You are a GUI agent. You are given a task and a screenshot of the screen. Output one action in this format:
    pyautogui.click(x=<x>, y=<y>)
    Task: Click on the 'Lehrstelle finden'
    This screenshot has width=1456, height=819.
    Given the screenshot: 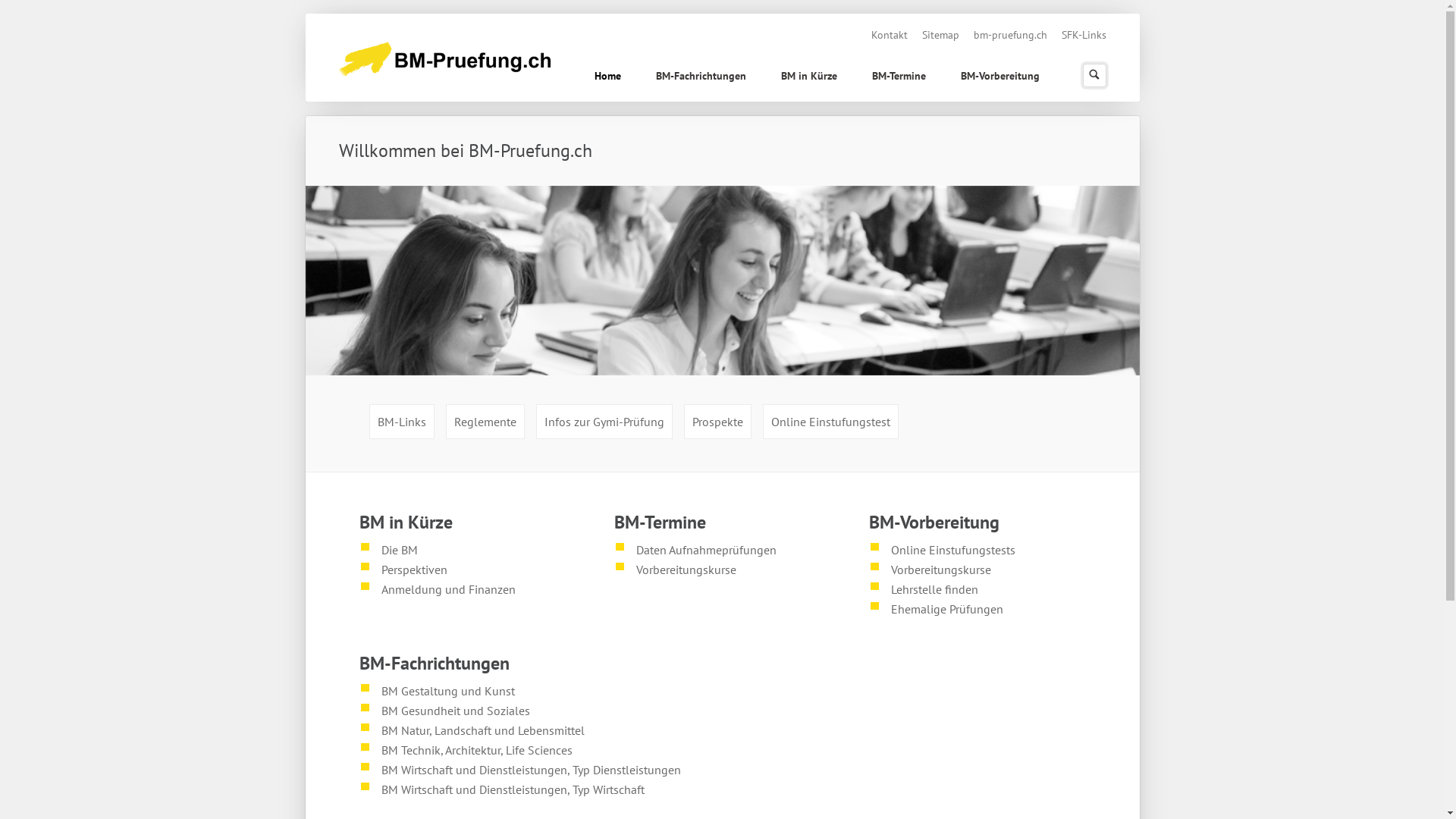 What is the action you would take?
    pyautogui.click(x=934, y=588)
    